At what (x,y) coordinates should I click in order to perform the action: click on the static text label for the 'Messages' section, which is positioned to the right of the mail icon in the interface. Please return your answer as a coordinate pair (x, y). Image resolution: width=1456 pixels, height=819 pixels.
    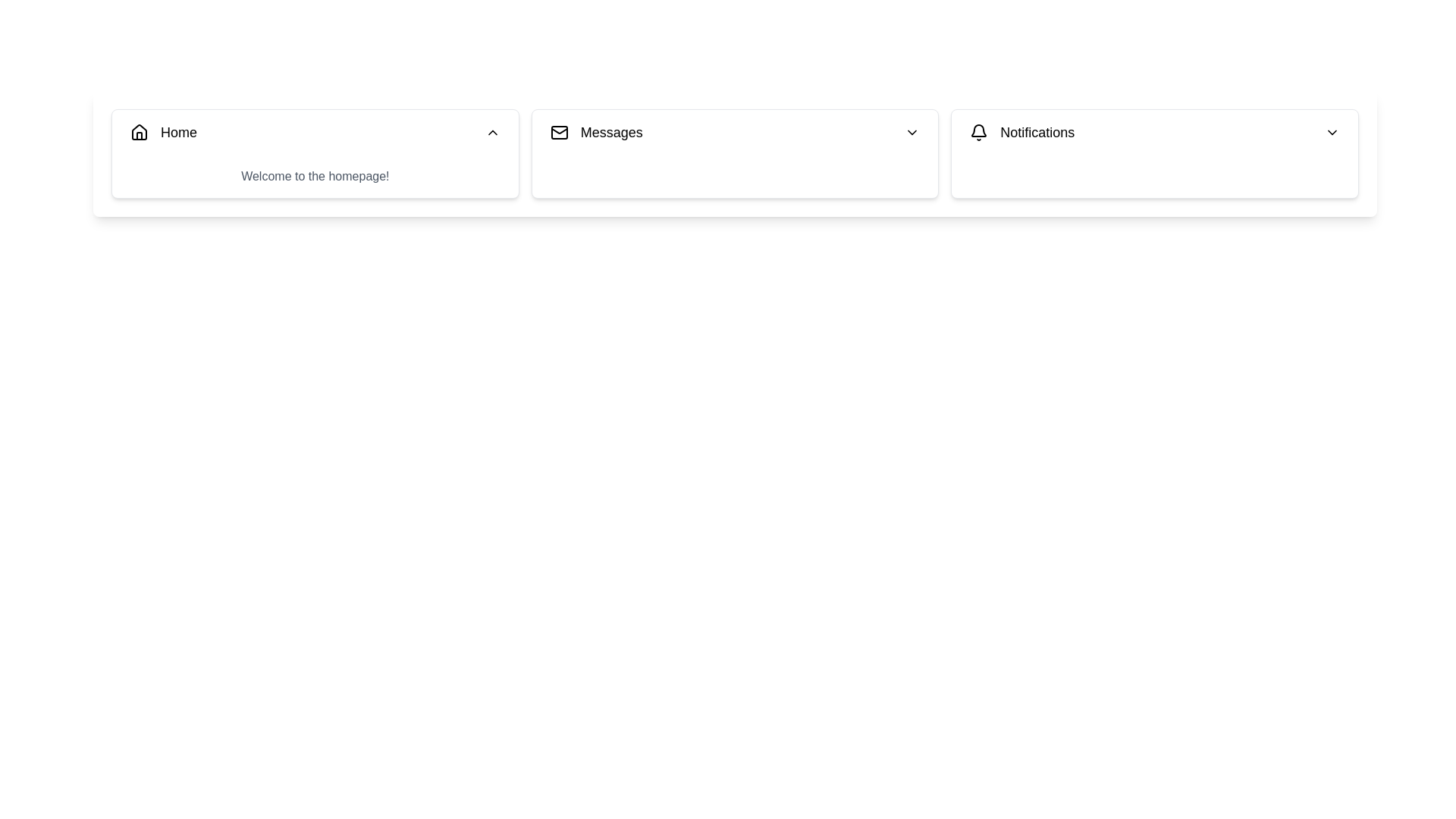
    Looking at the image, I should click on (611, 131).